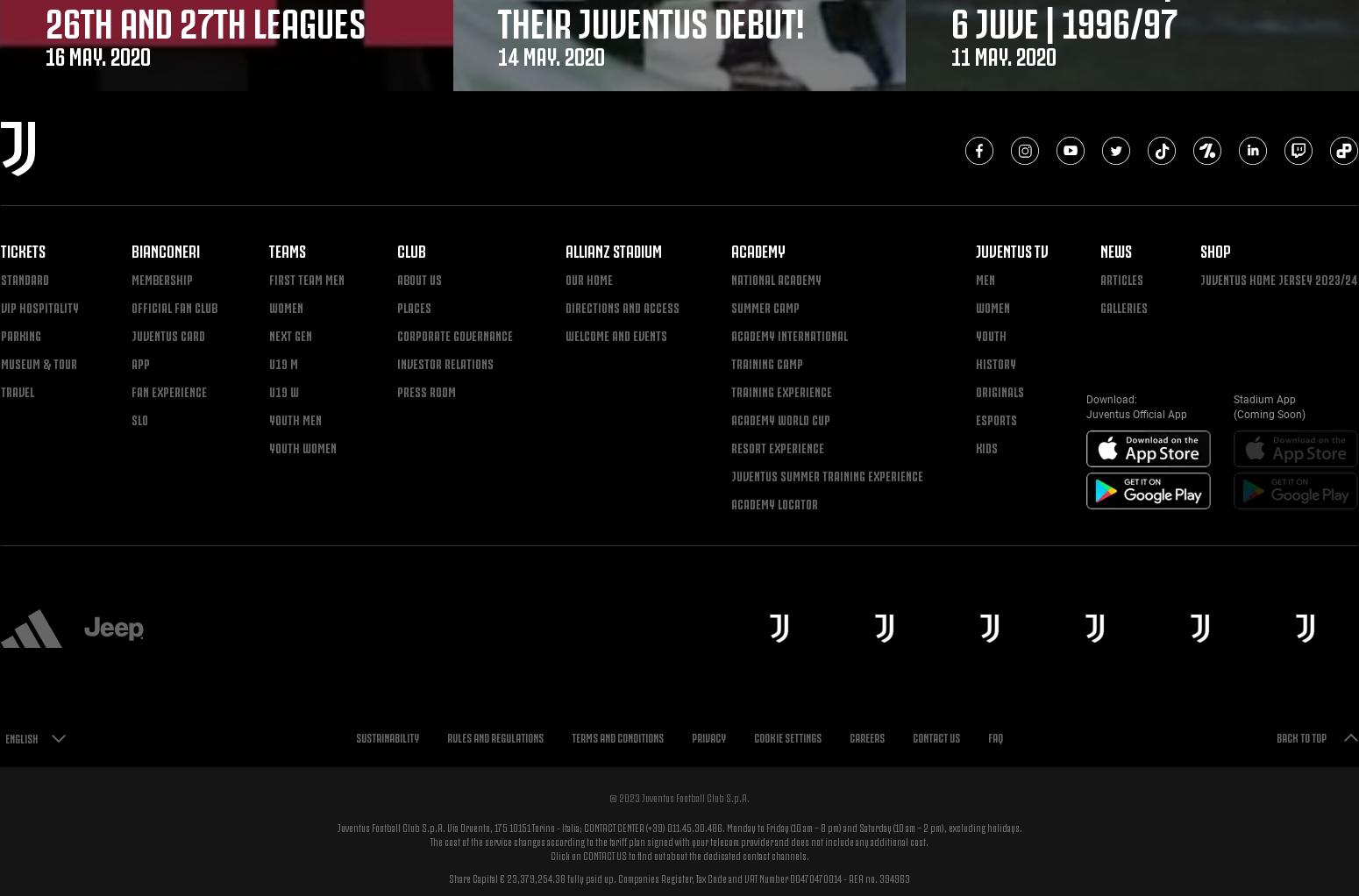 This screenshot has width=1359, height=896. I want to click on 'History', so click(994, 362).